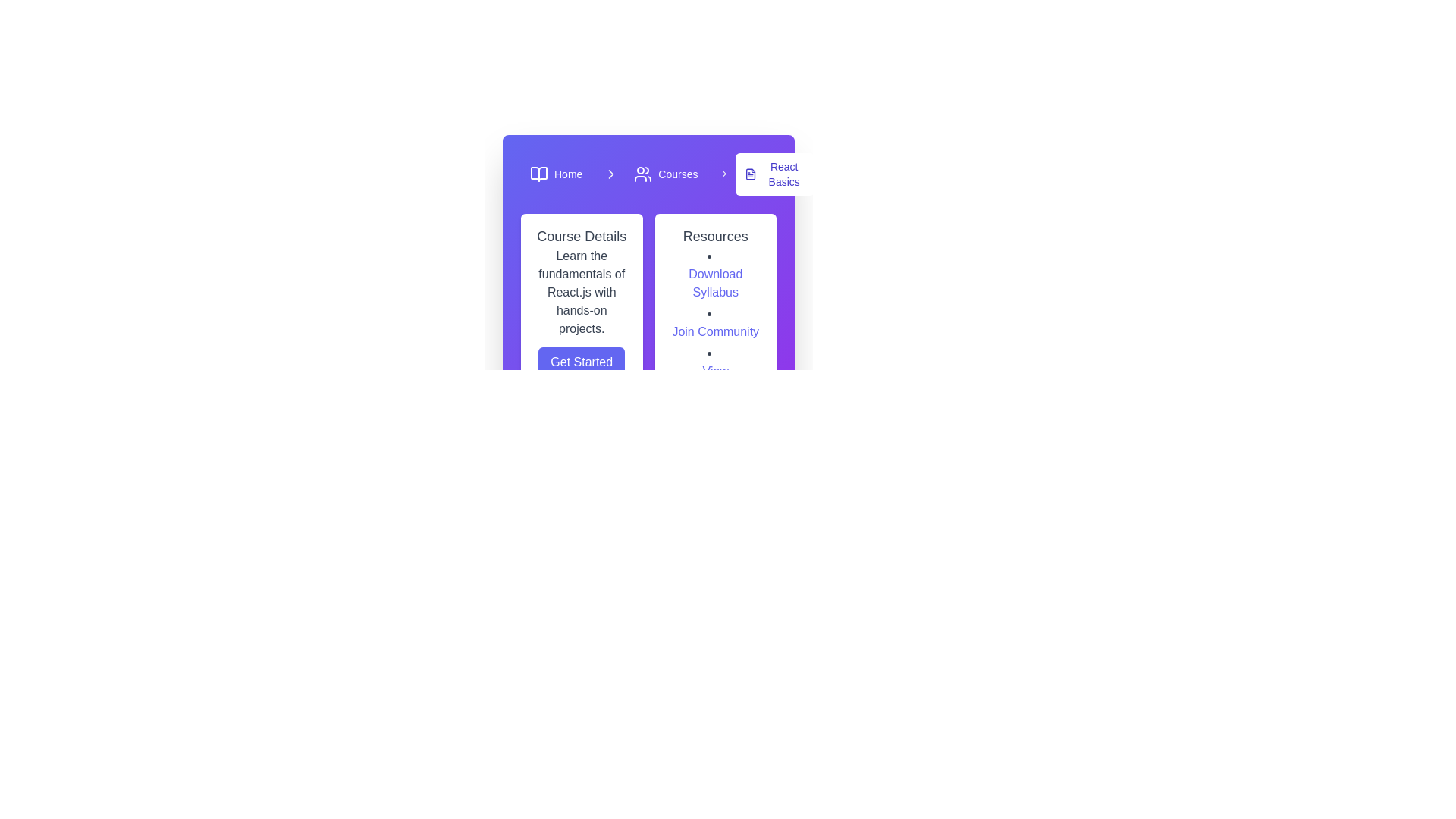  Describe the element at coordinates (714, 275) in the screenshot. I see `the 'Download Syllabus' hyperlink, which is the first item in the vertical list of resources styled as a link in blue with an underline hover effect` at that location.